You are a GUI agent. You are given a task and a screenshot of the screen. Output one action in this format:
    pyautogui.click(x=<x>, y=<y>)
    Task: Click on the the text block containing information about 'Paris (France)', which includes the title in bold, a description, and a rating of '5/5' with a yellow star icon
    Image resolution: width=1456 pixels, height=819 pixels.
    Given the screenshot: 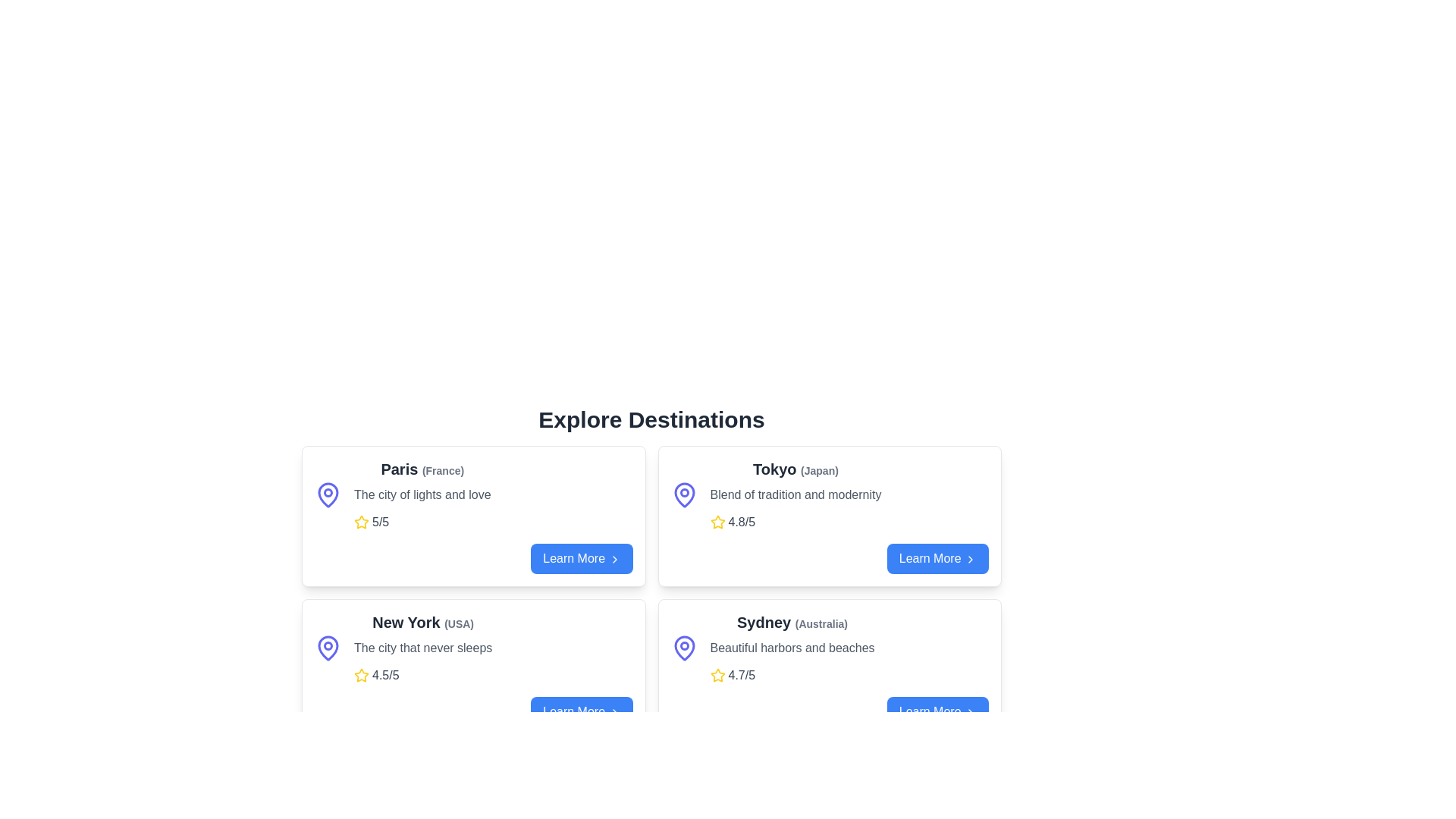 What is the action you would take?
    pyautogui.click(x=422, y=494)
    